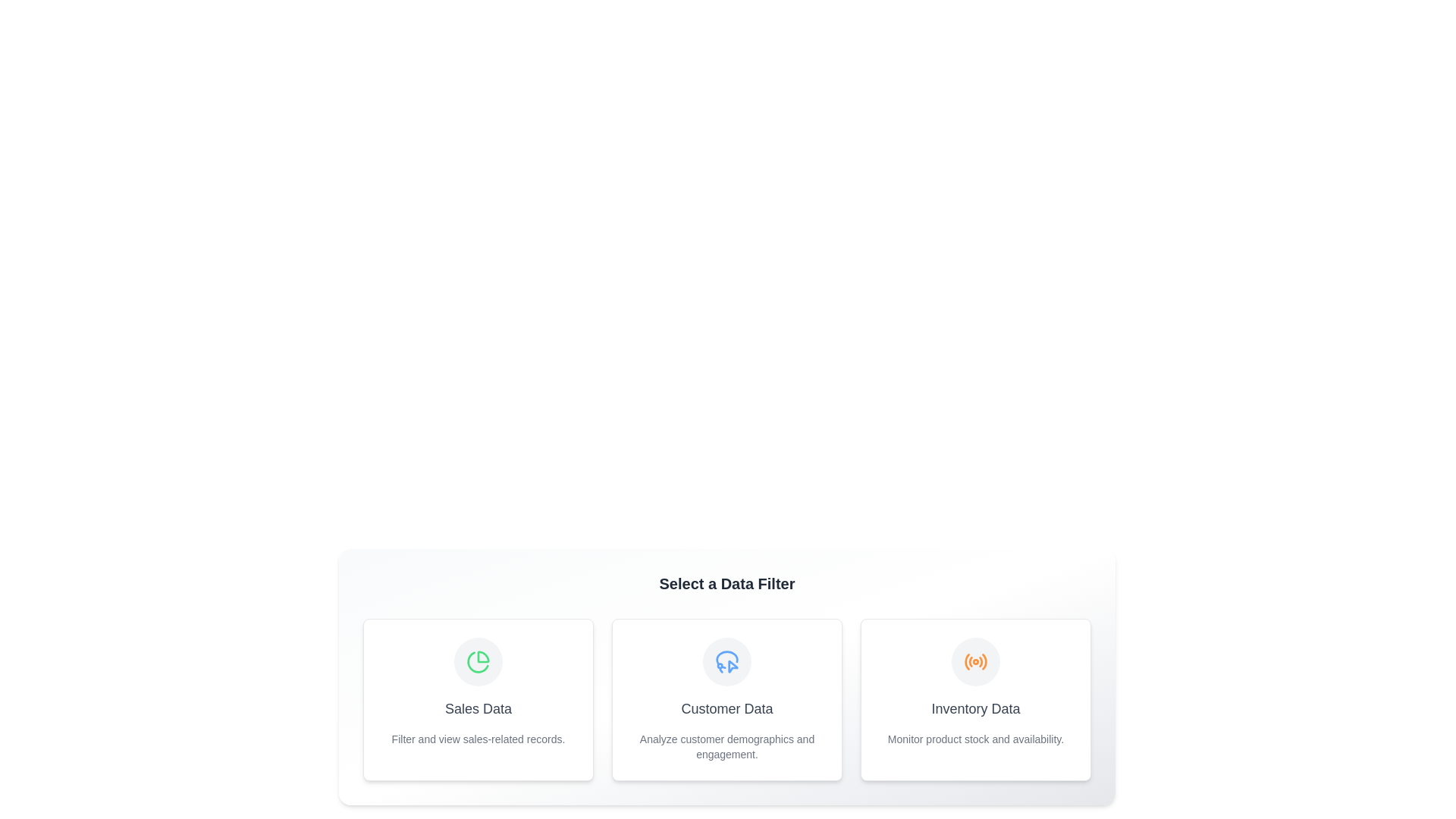  I want to click on the Icon representing customer data analysis located within the 'Customer Data' tile, situated above the text 'Analyze customer demographics and engagement.', so click(726, 661).